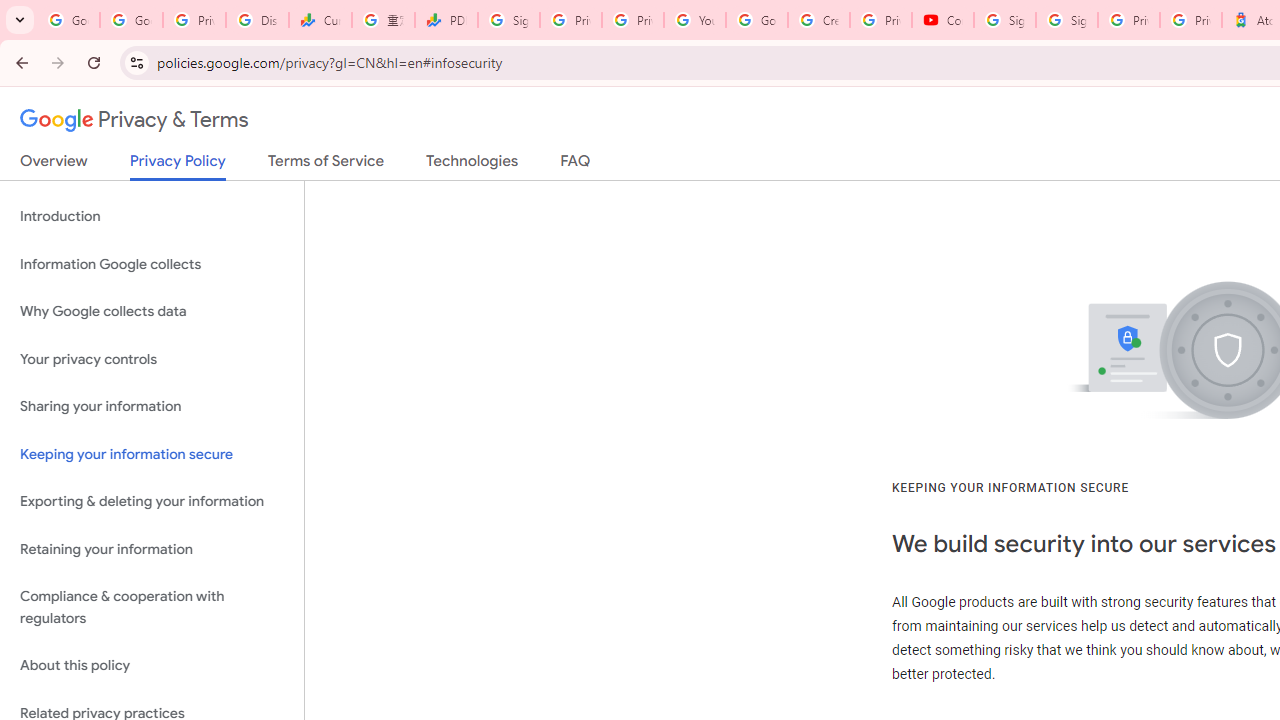 The image size is (1280, 720). I want to click on 'Sign in - Google Accounts', so click(1004, 20).